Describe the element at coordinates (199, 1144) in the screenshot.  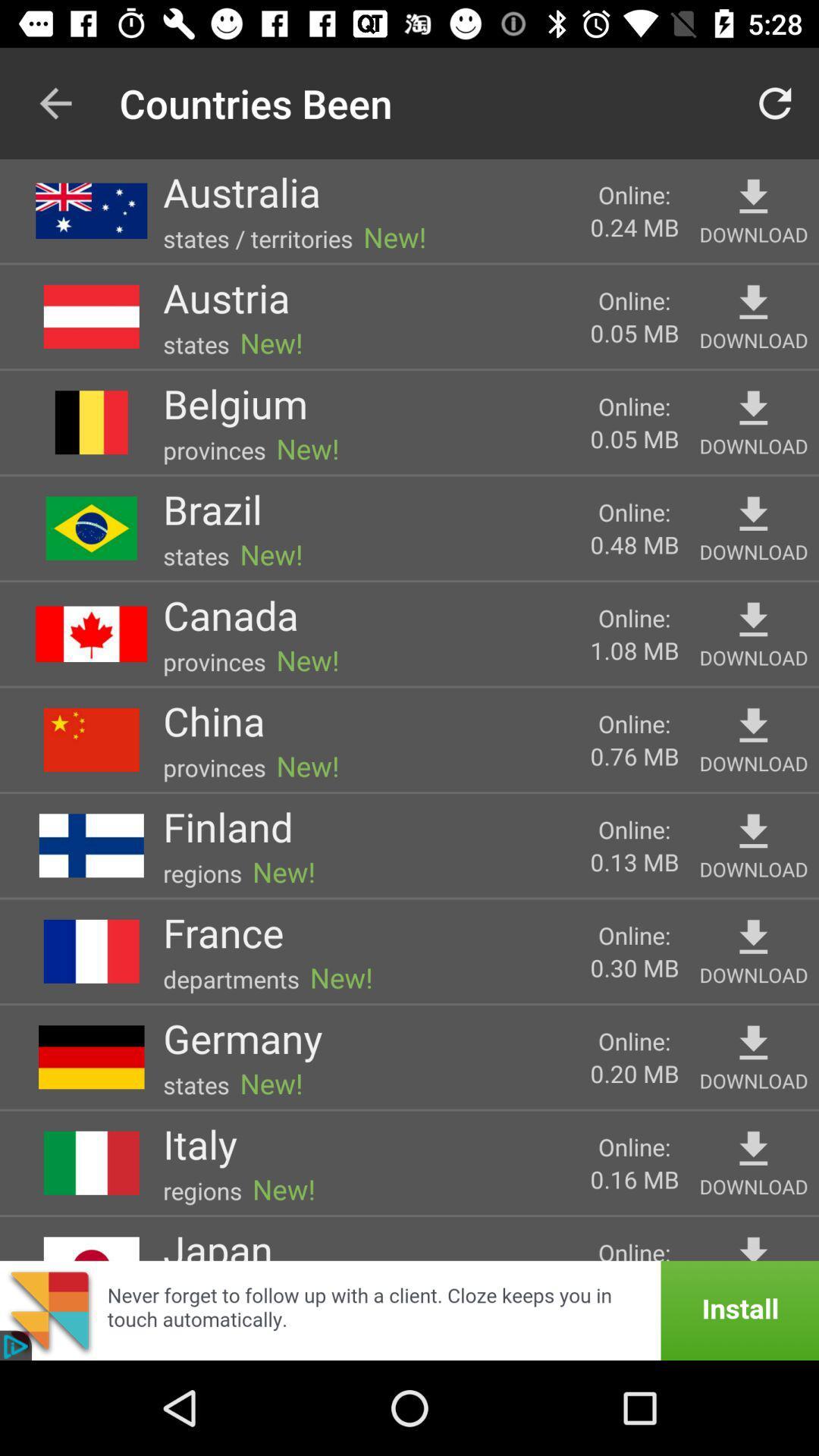
I see `the icon above the regions item` at that location.